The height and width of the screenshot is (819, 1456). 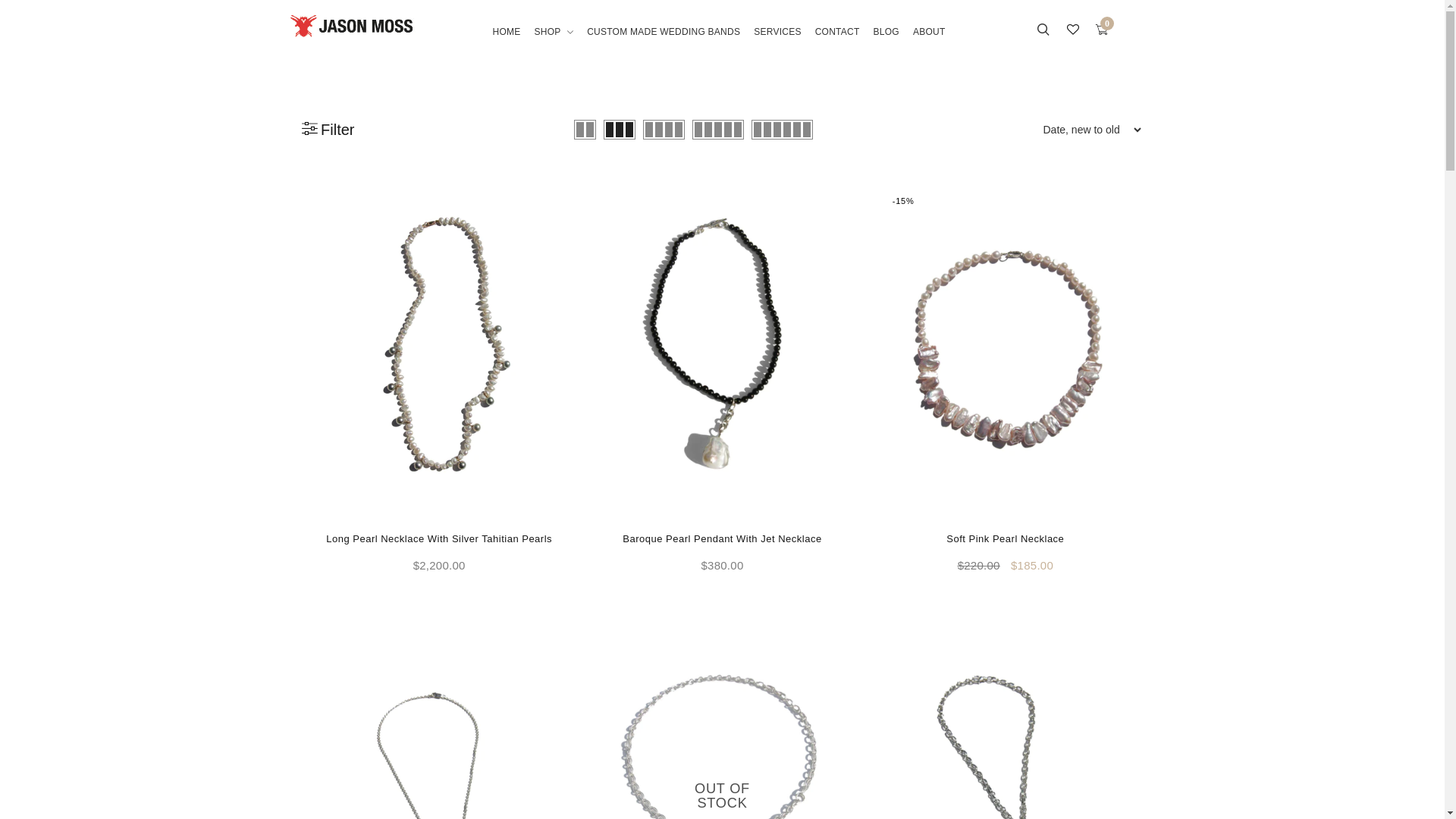 What do you see at coordinates (1072, 31) in the screenshot?
I see `'My Wishlist'` at bounding box center [1072, 31].